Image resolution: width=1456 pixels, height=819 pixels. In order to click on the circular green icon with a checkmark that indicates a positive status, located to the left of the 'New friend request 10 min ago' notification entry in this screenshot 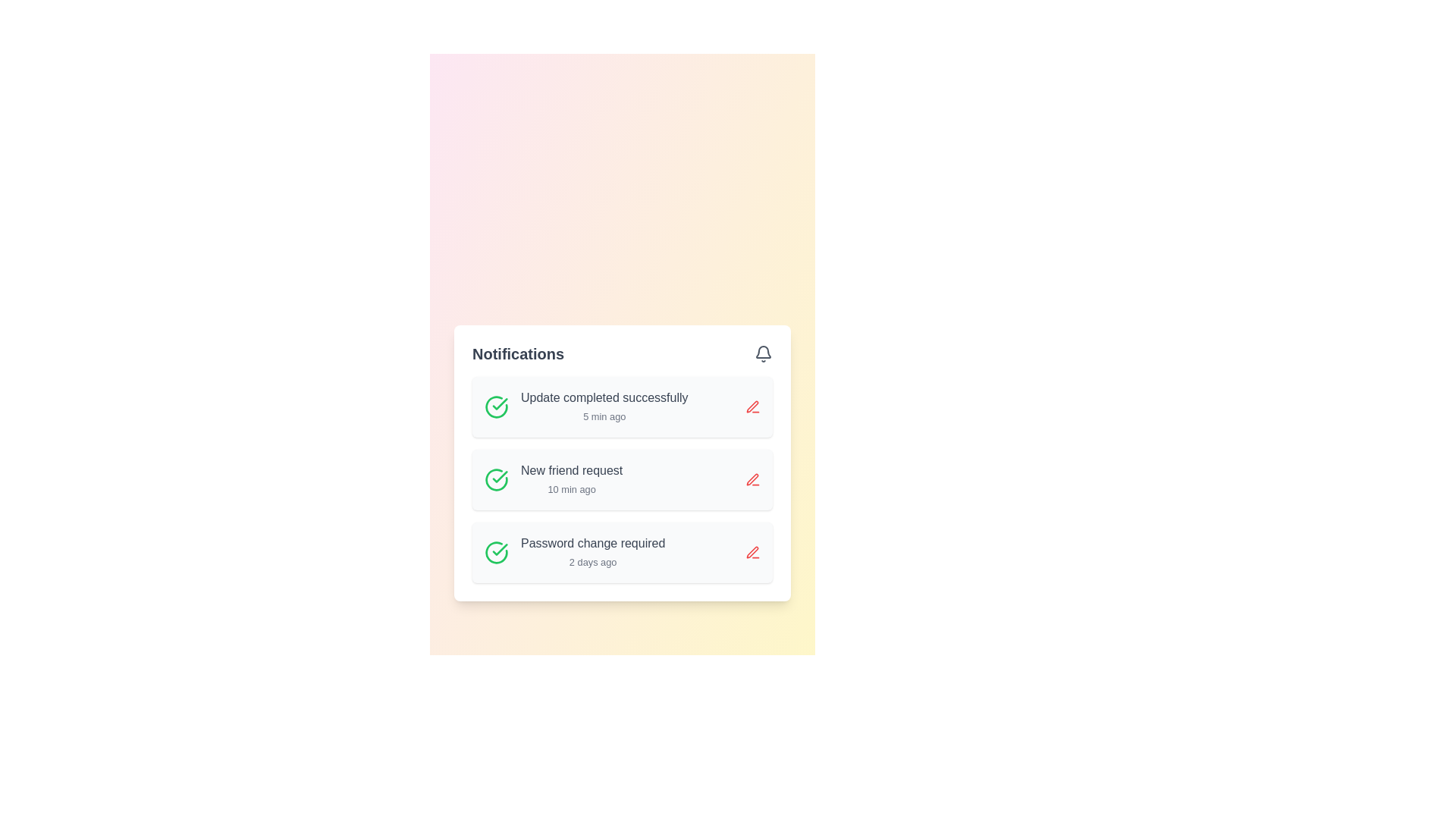, I will do `click(496, 479)`.